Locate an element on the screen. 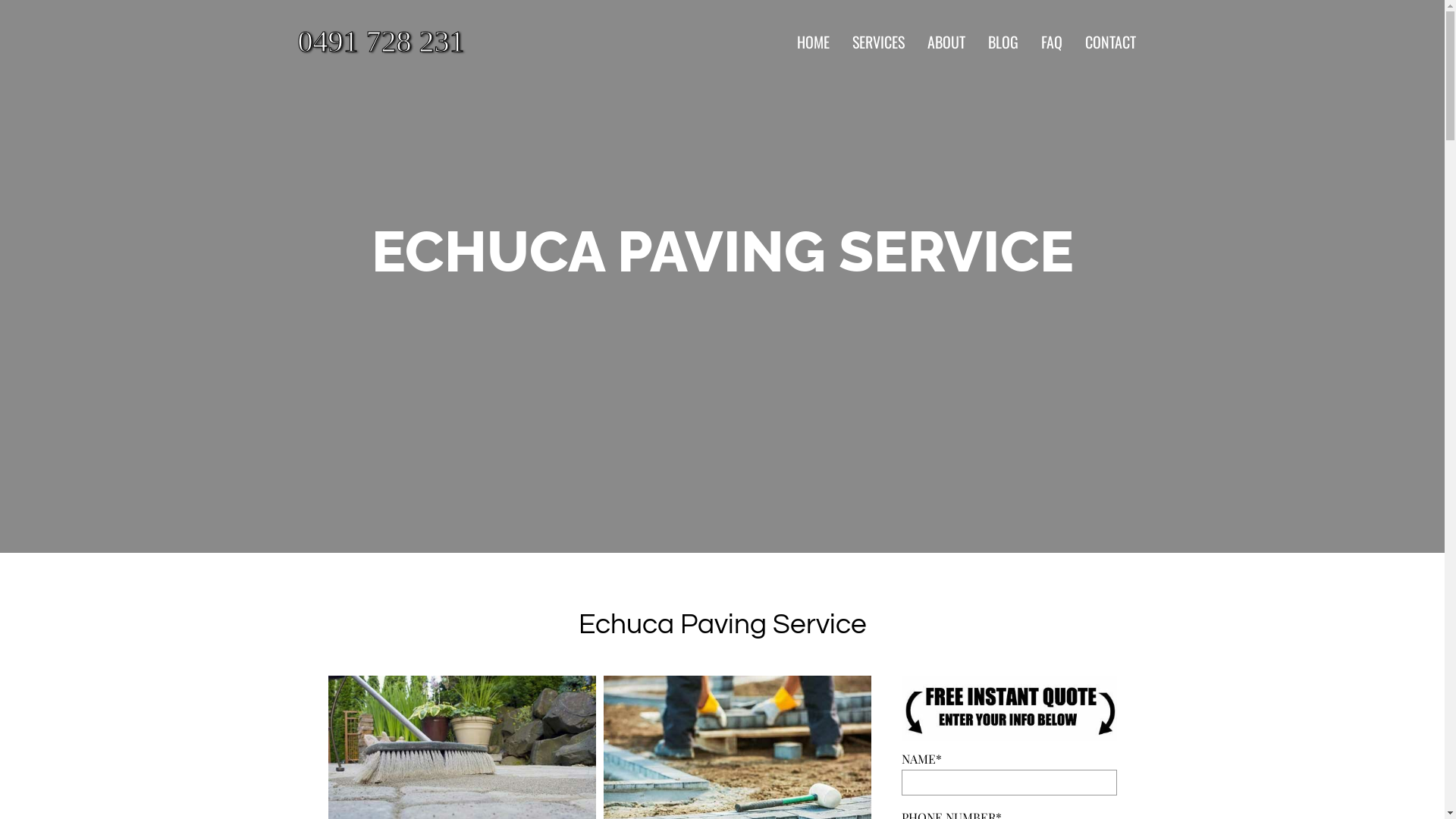 This screenshot has width=1456, height=819. 'BannerBlack' is located at coordinates (1008, 708).